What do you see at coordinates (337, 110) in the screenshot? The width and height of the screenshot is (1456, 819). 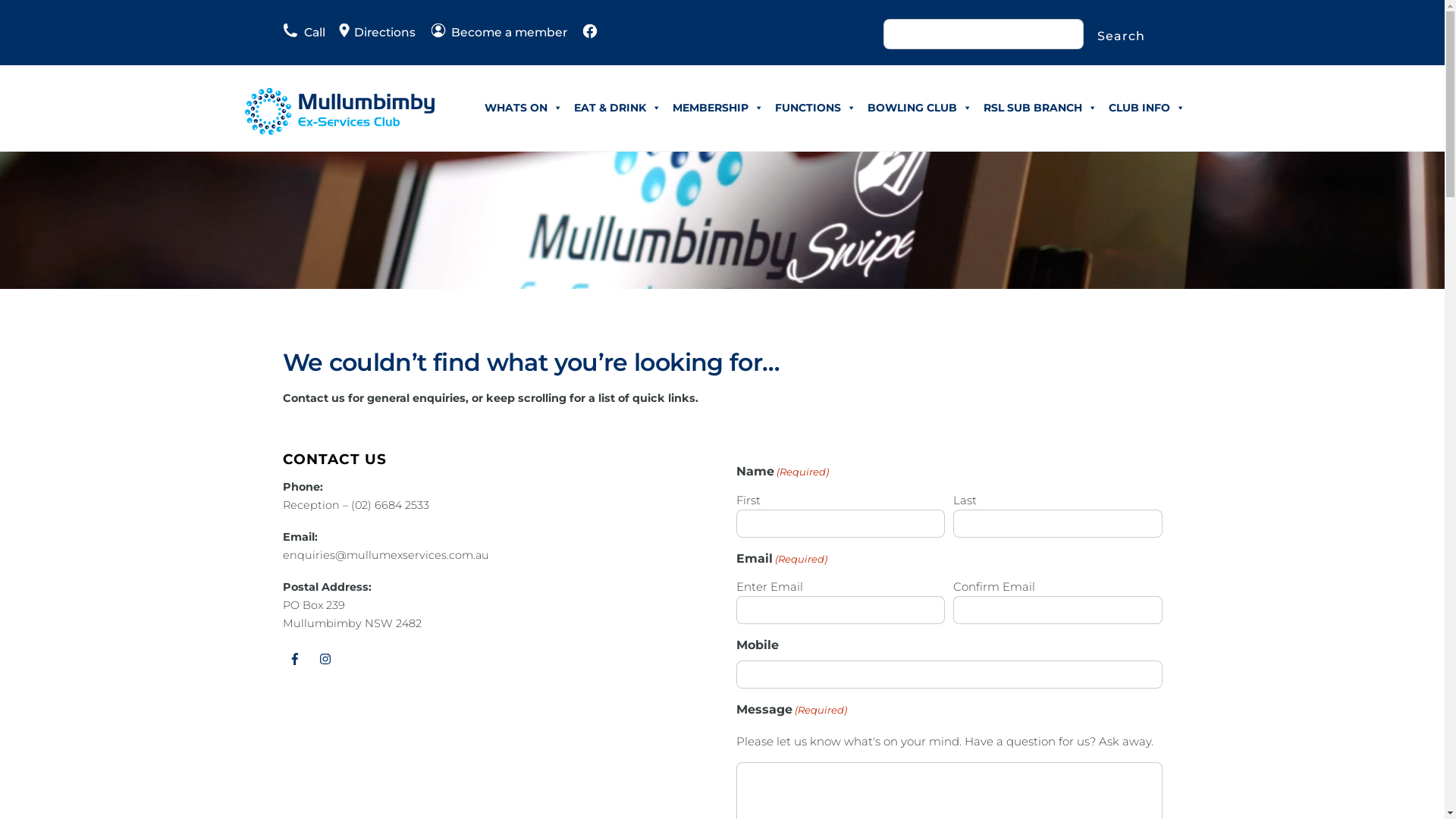 I see `'club logo_dark blue & light blue'` at bounding box center [337, 110].